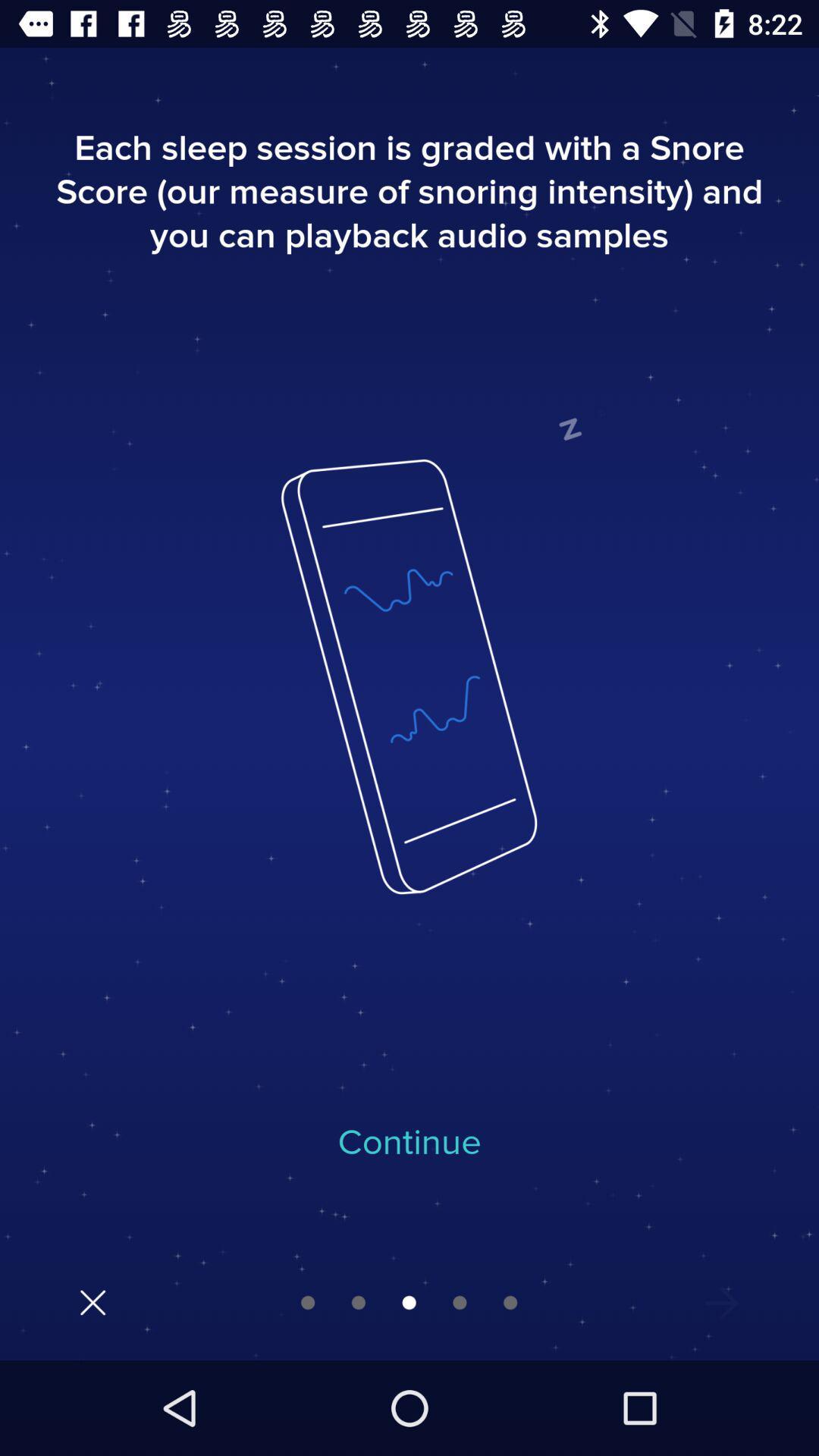 The height and width of the screenshot is (1456, 819). Describe the element at coordinates (409, 1143) in the screenshot. I see `the continue button` at that location.